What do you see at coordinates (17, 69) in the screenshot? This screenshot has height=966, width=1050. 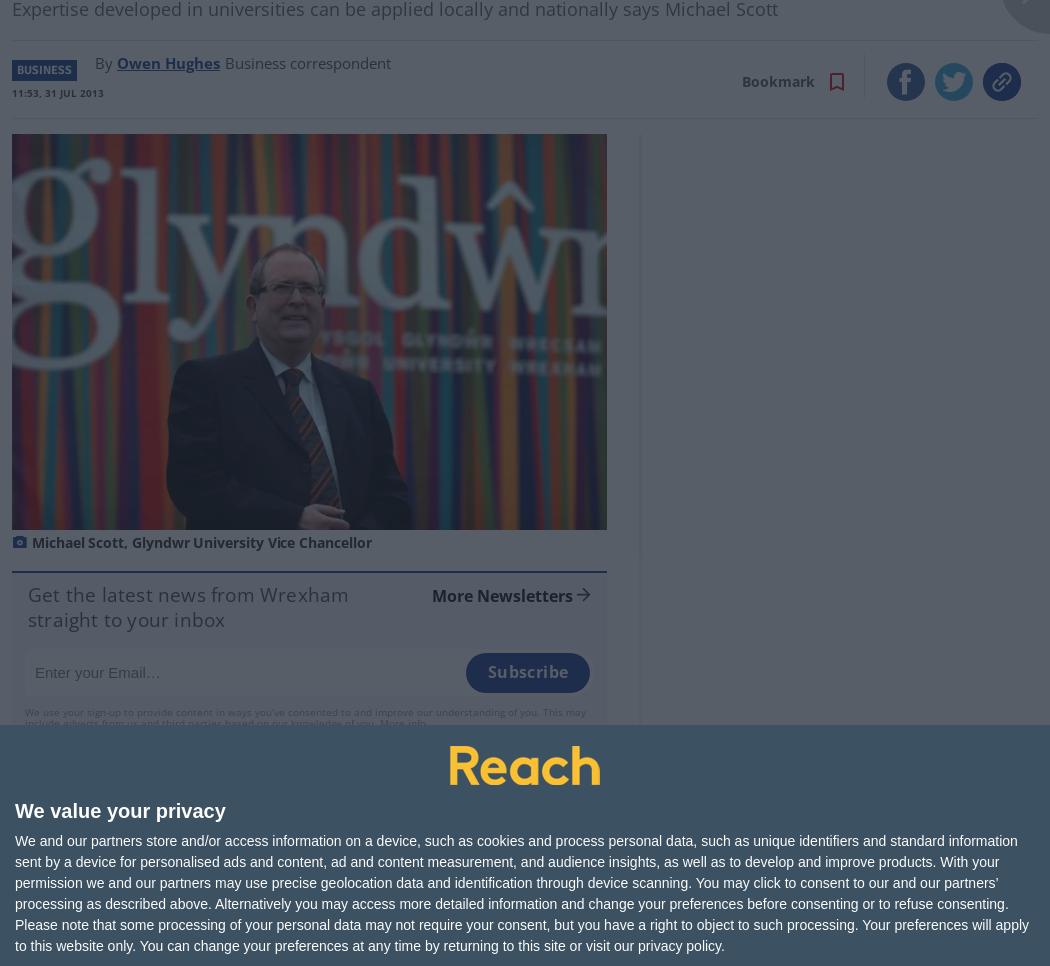 I see `'Business'` at bounding box center [17, 69].